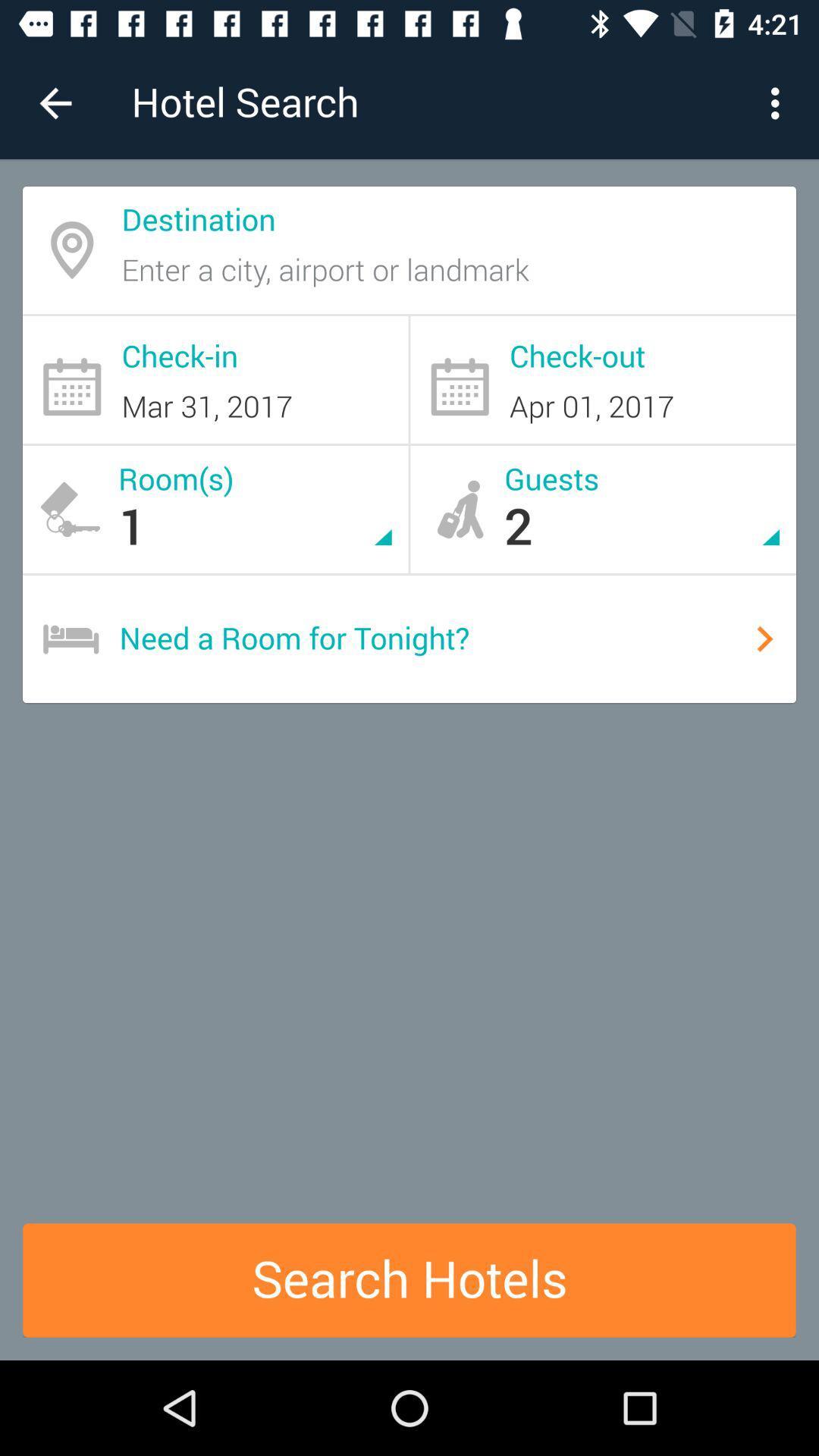 The image size is (819, 1456). Describe the element at coordinates (55, 102) in the screenshot. I see `item next to hotel search` at that location.